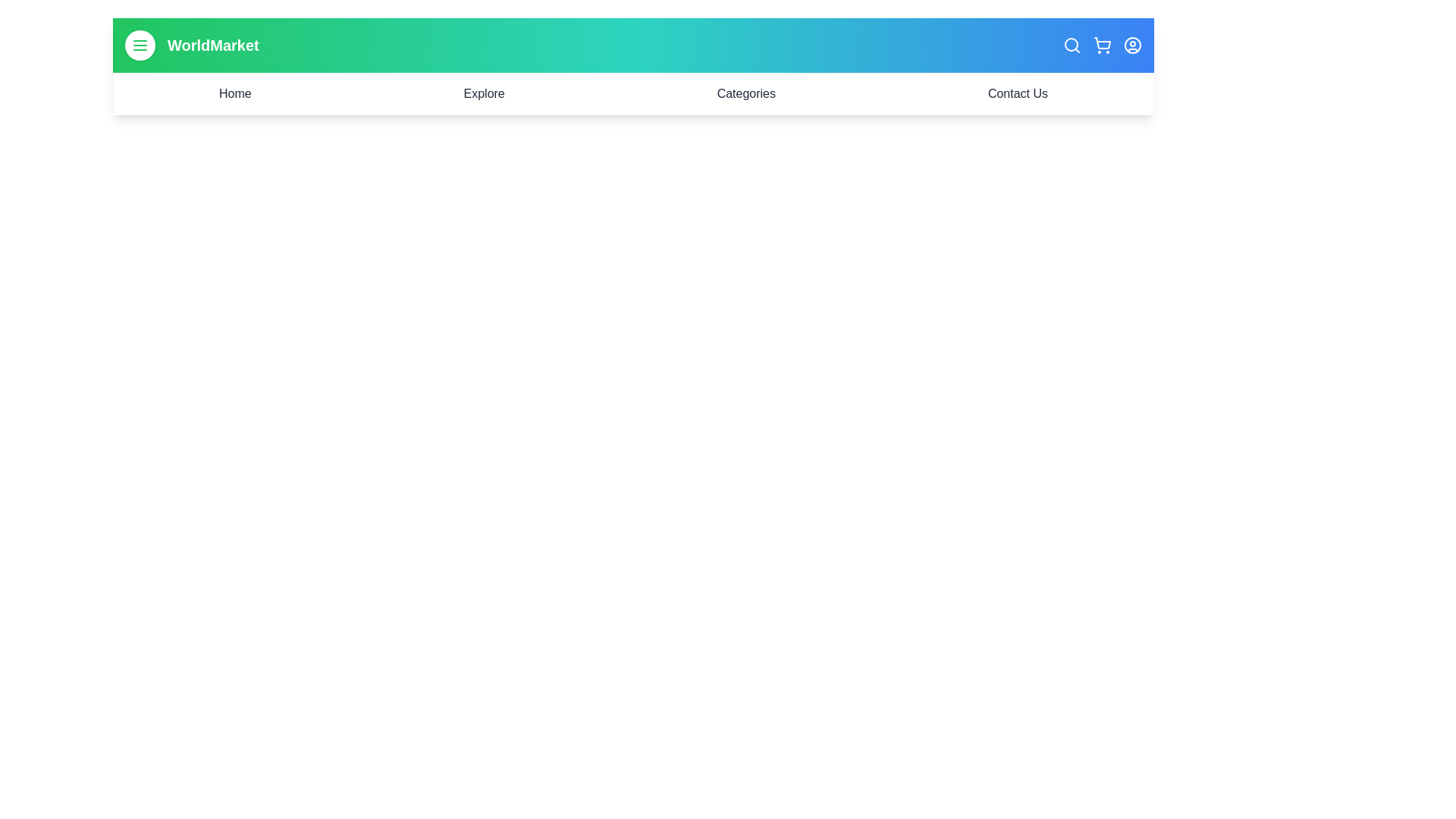 The height and width of the screenshot is (819, 1456). I want to click on the 'Home' link in the navigation bar, so click(234, 93).